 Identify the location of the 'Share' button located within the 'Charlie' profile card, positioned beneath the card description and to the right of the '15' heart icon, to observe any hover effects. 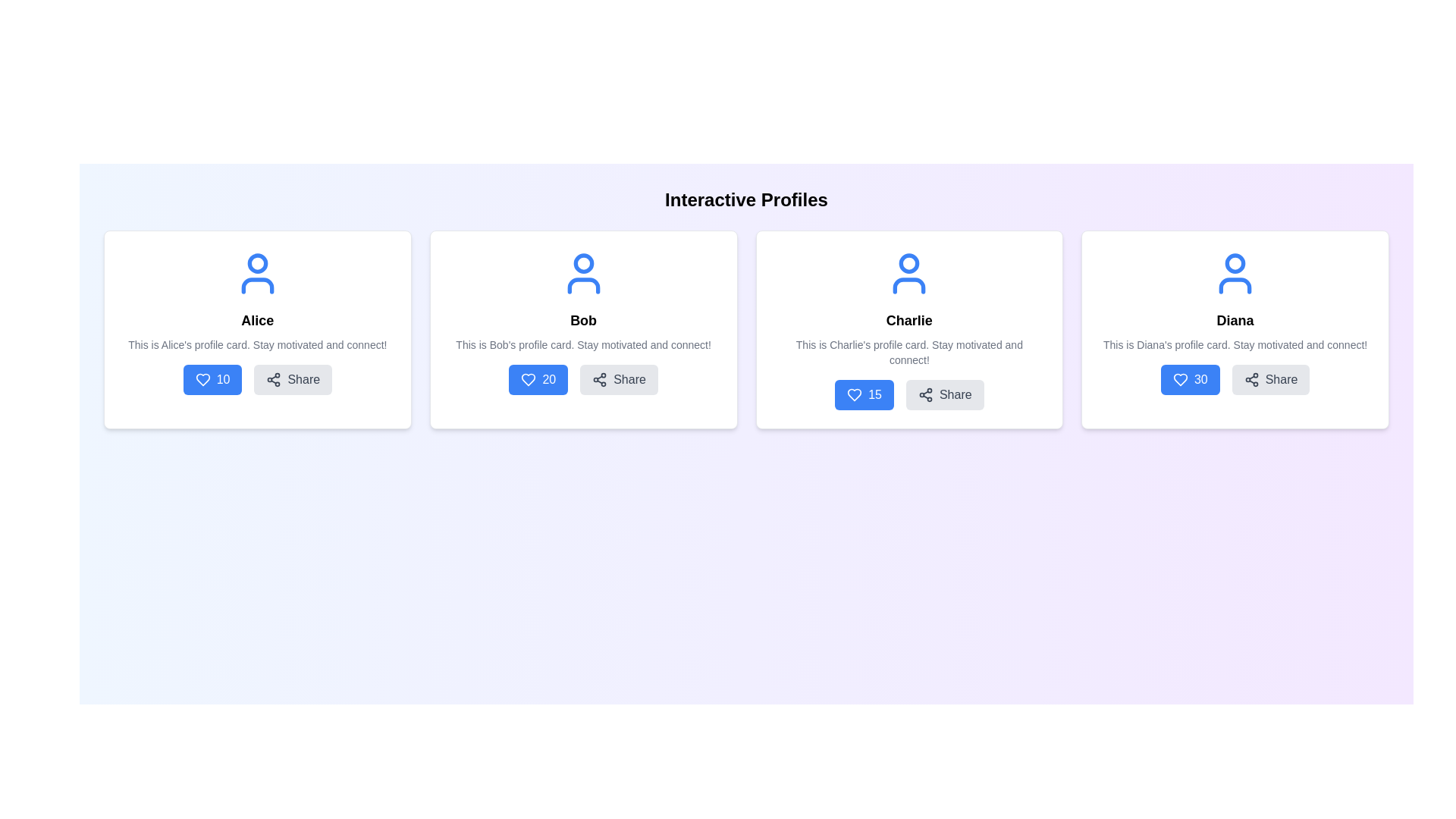
(909, 394).